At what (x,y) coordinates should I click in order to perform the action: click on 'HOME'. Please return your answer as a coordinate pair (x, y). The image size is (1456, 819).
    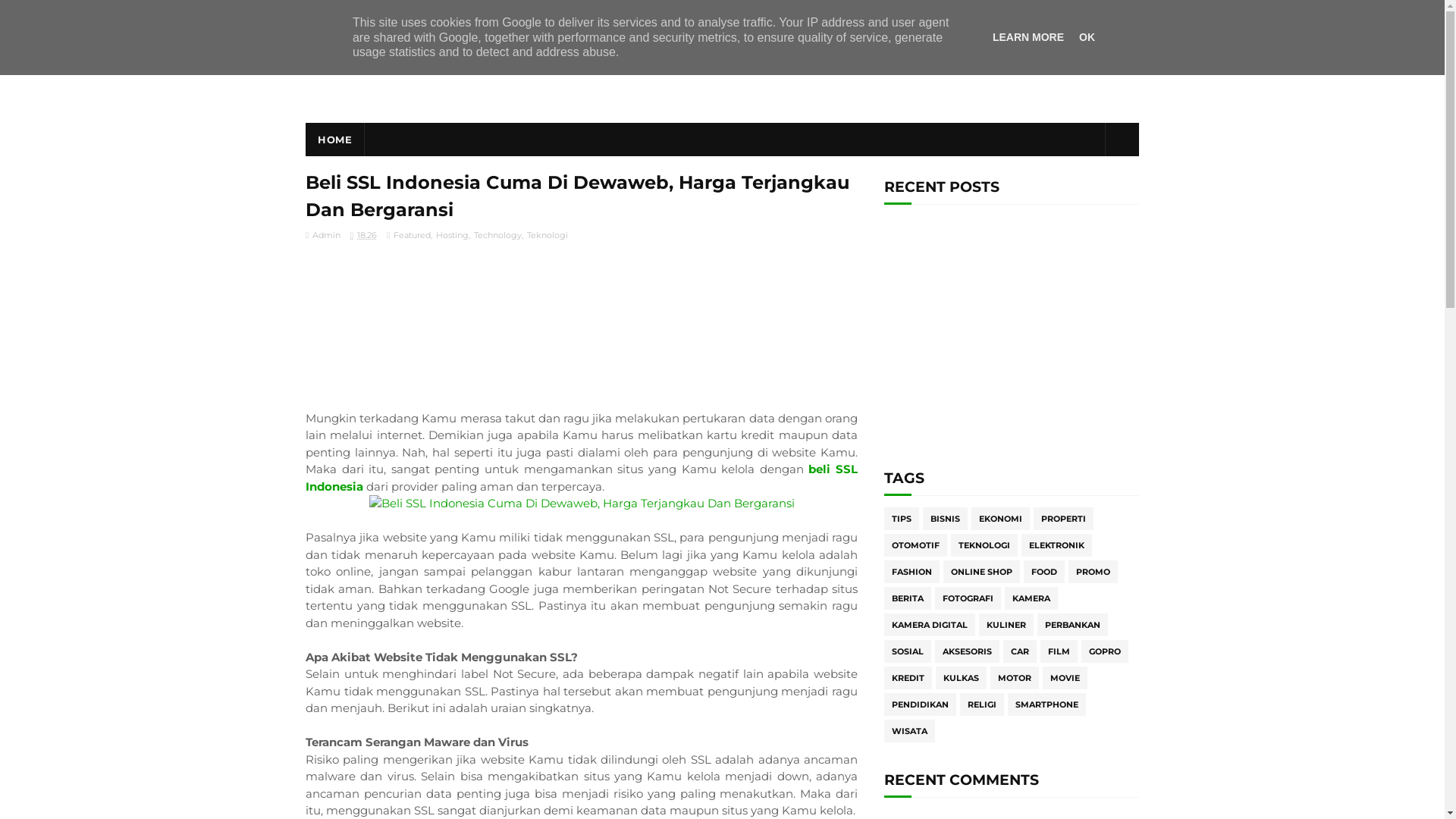
    Looking at the image, I should click on (334, 140).